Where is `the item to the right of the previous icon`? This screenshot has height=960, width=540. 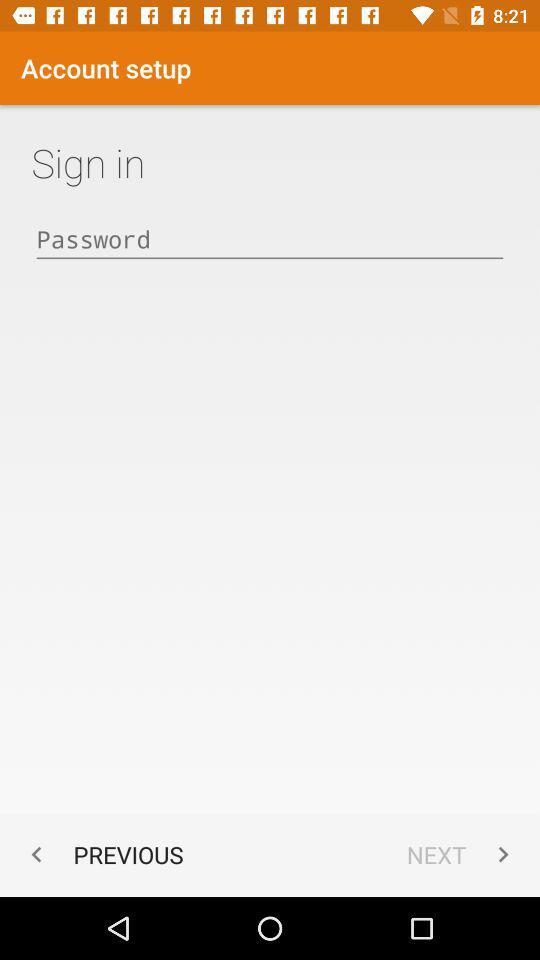
the item to the right of the previous icon is located at coordinates (462, 853).